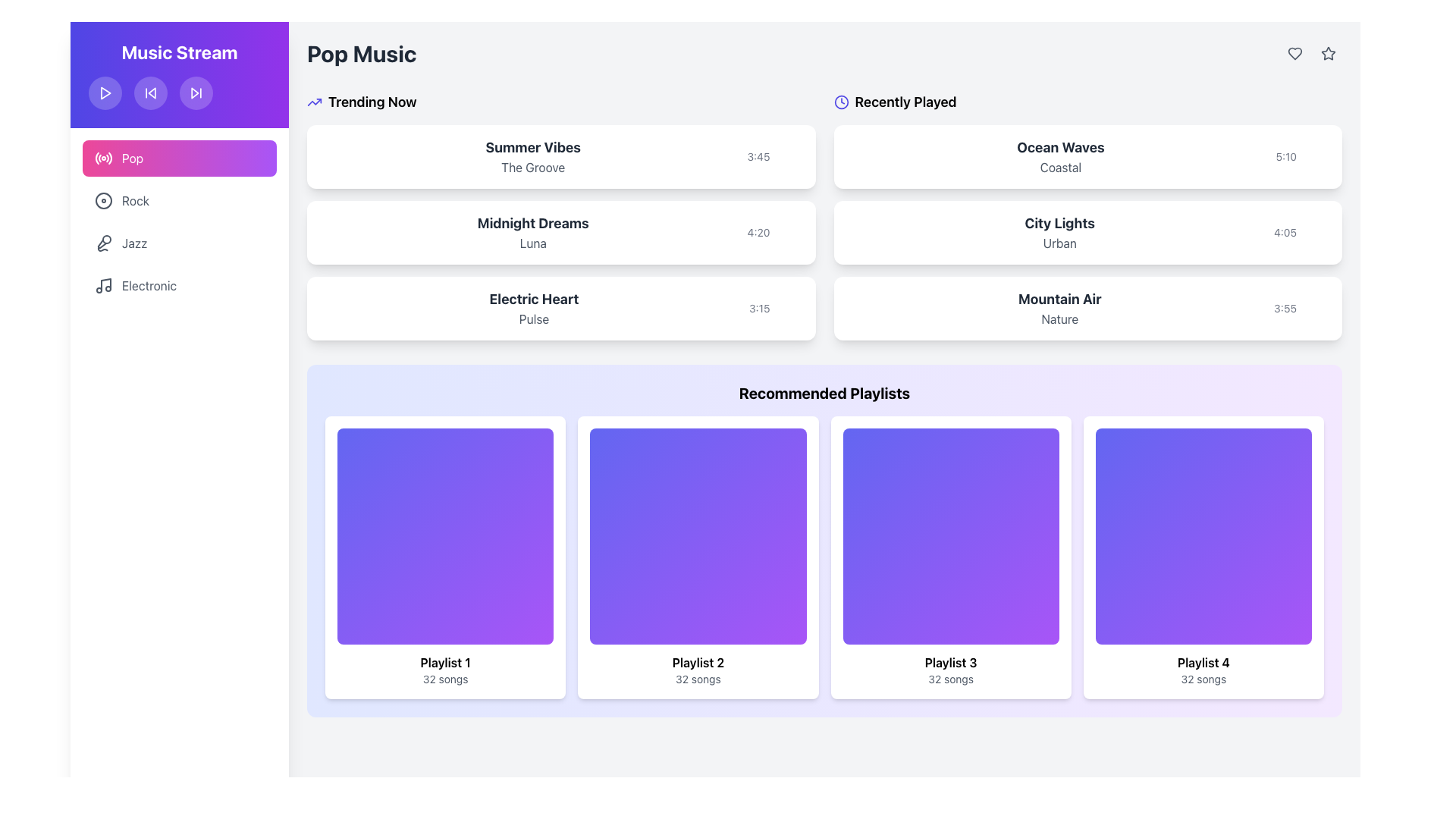 The image size is (1456, 819). What do you see at coordinates (103, 200) in the screenshot?
I see `the circular icon resembling a compact disc, located in the sidebar adjacent to the 'Rock' text label` at bounding box center [103, 200].